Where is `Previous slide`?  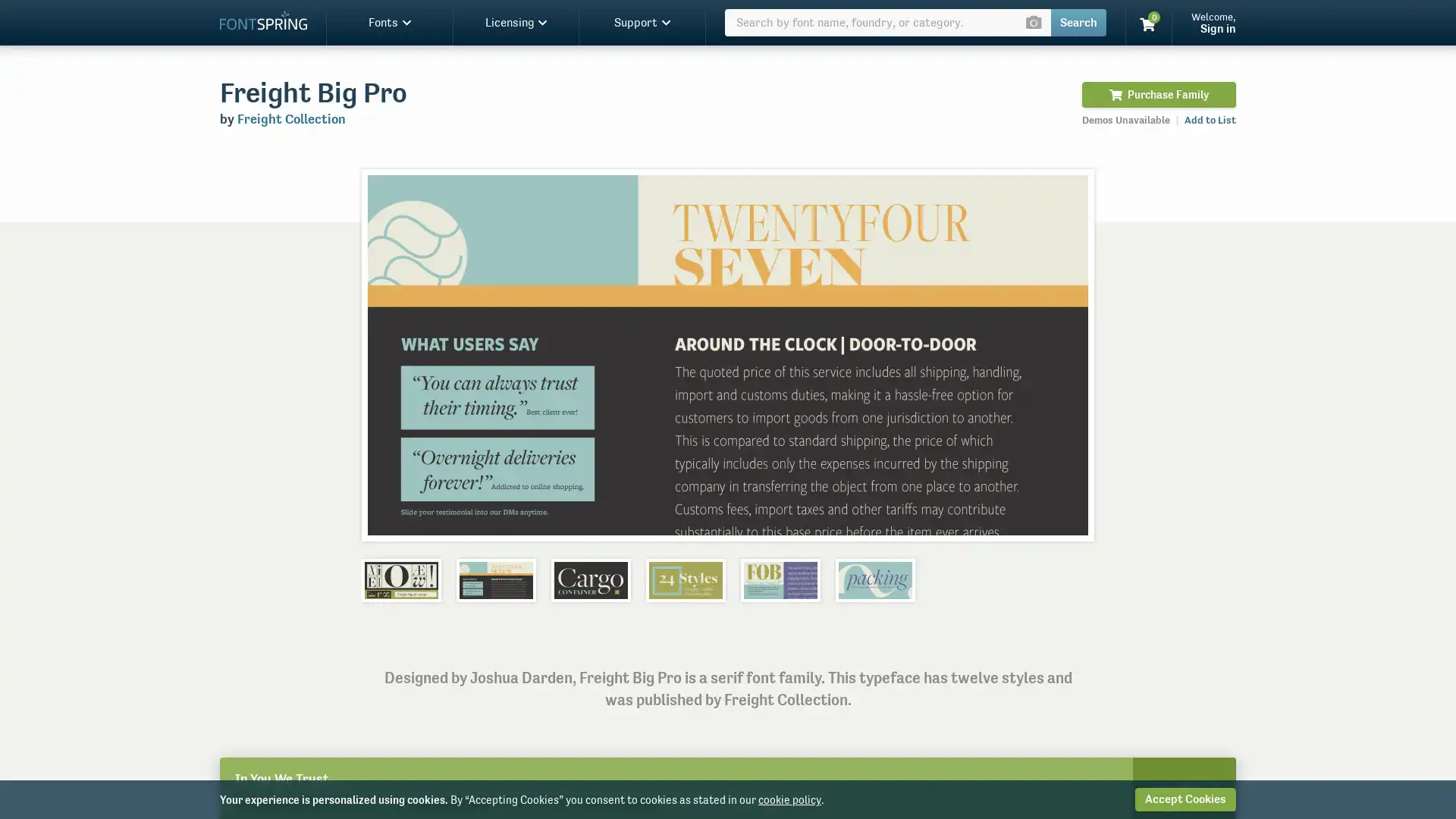
Previous slide is located at coordinates (389, 354).